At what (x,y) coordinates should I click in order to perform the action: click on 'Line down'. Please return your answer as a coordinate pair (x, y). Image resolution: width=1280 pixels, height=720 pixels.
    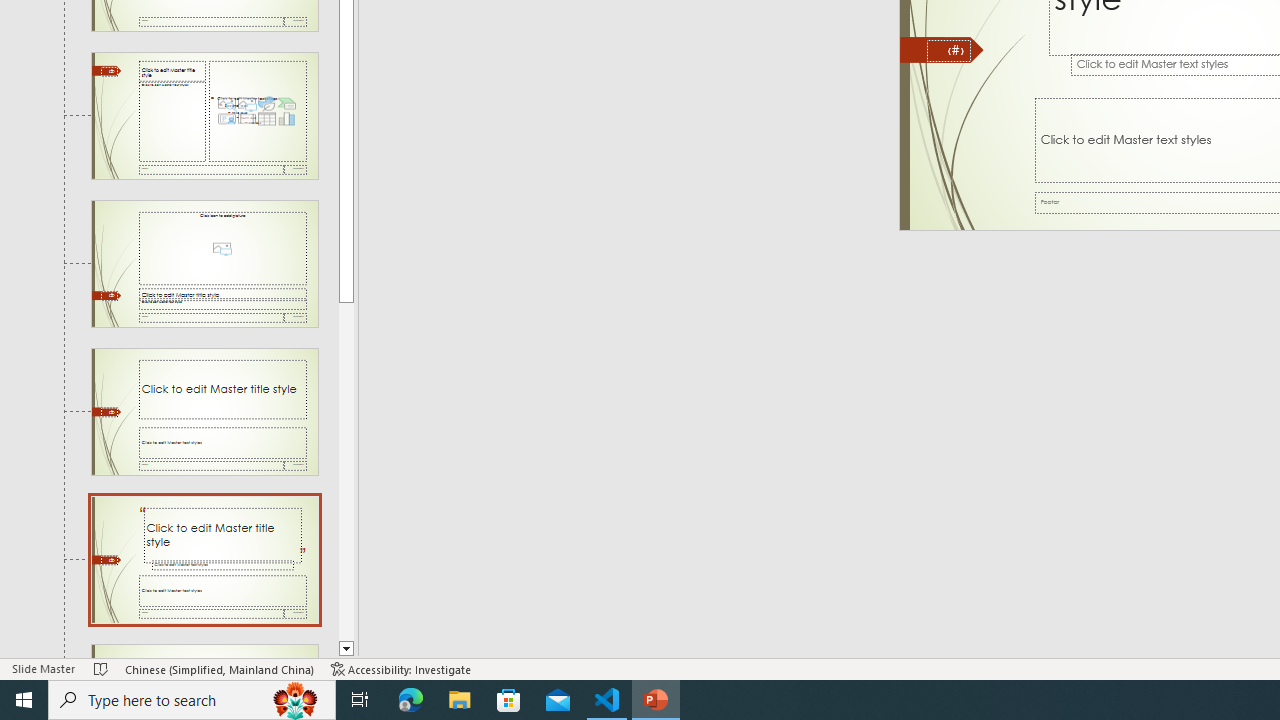
    Looking at the image, I should click on (346, 649).